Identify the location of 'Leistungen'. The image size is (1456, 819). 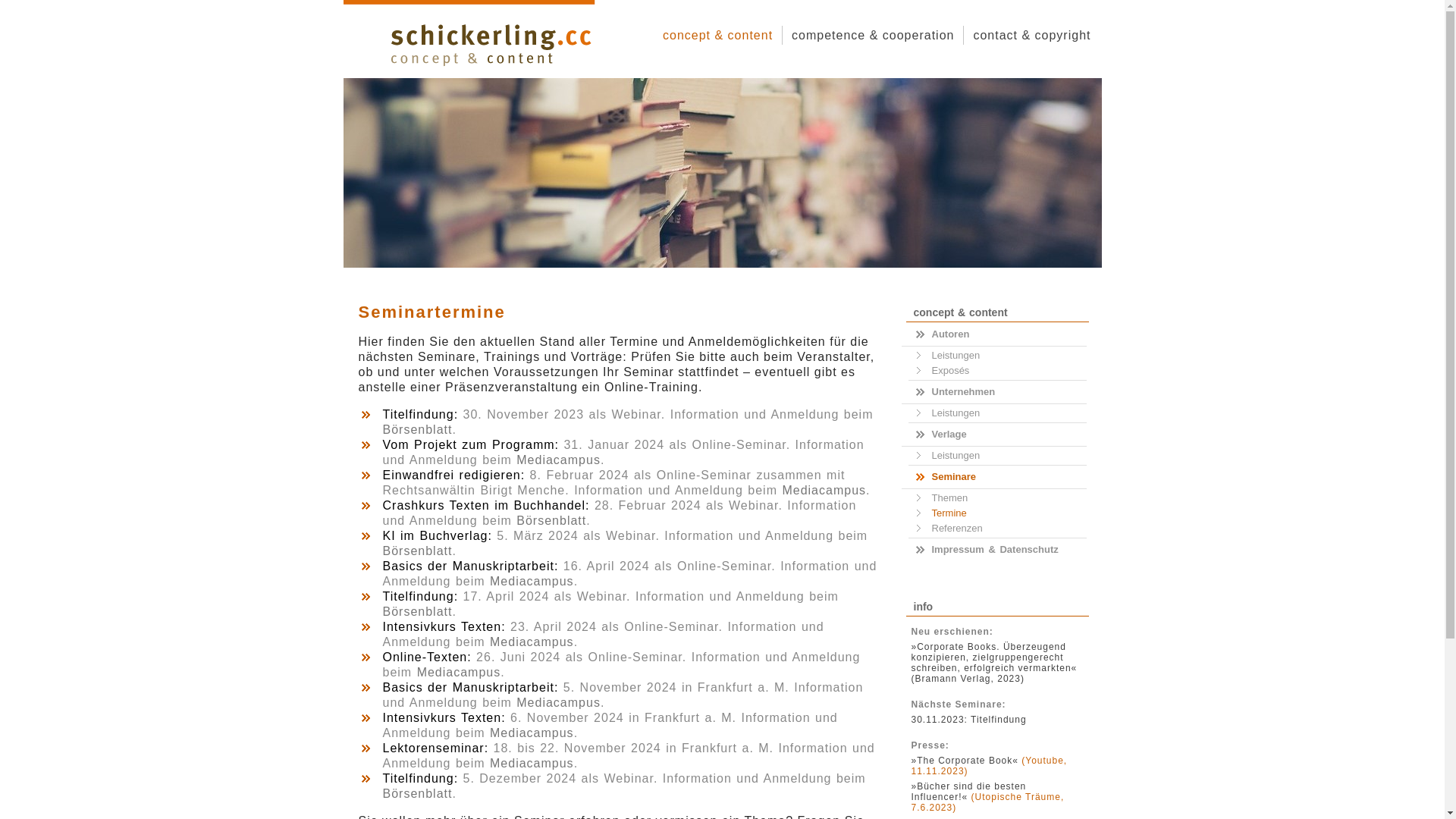
(993, 413).